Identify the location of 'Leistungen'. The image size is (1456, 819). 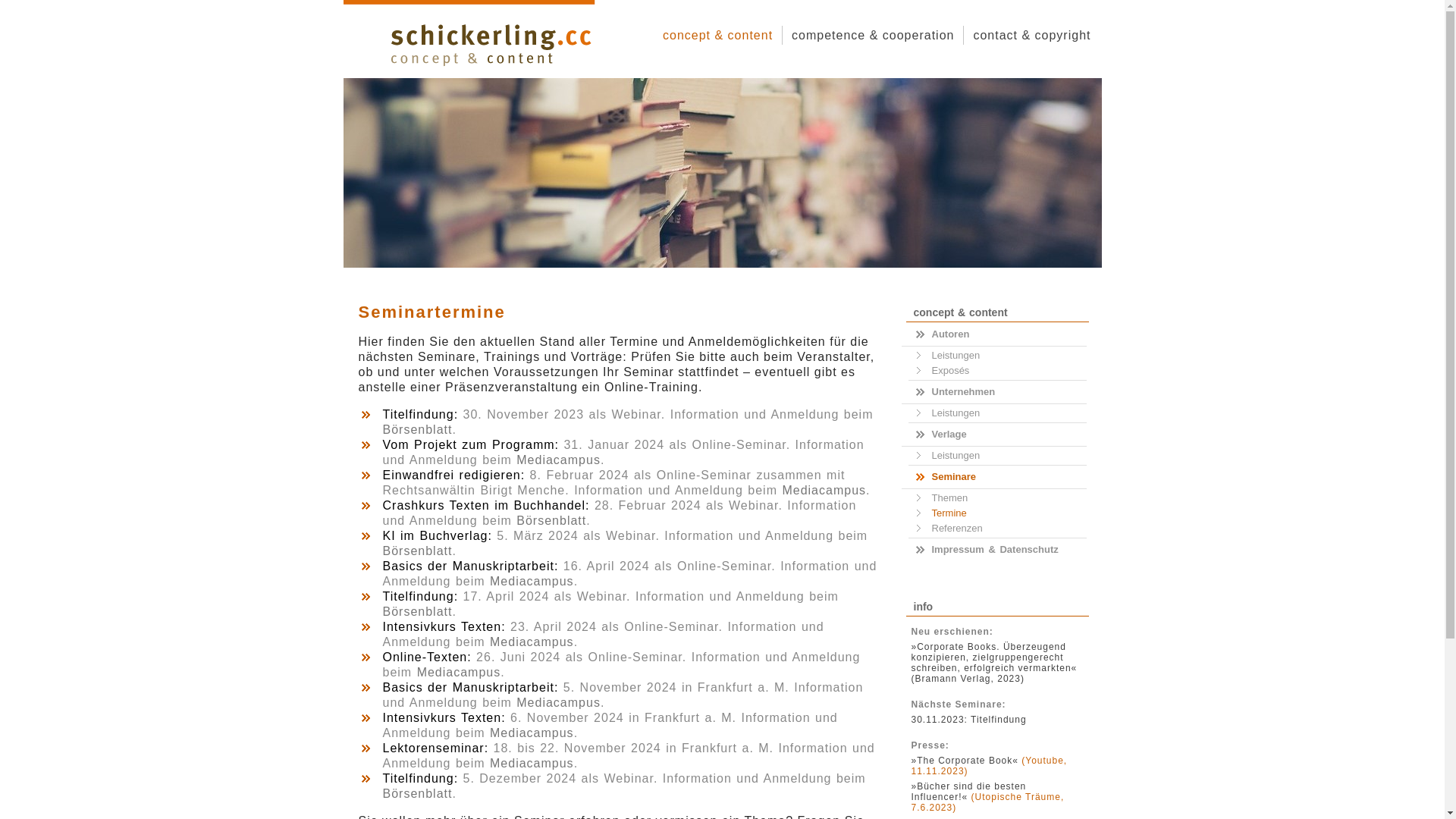
(993, 413).